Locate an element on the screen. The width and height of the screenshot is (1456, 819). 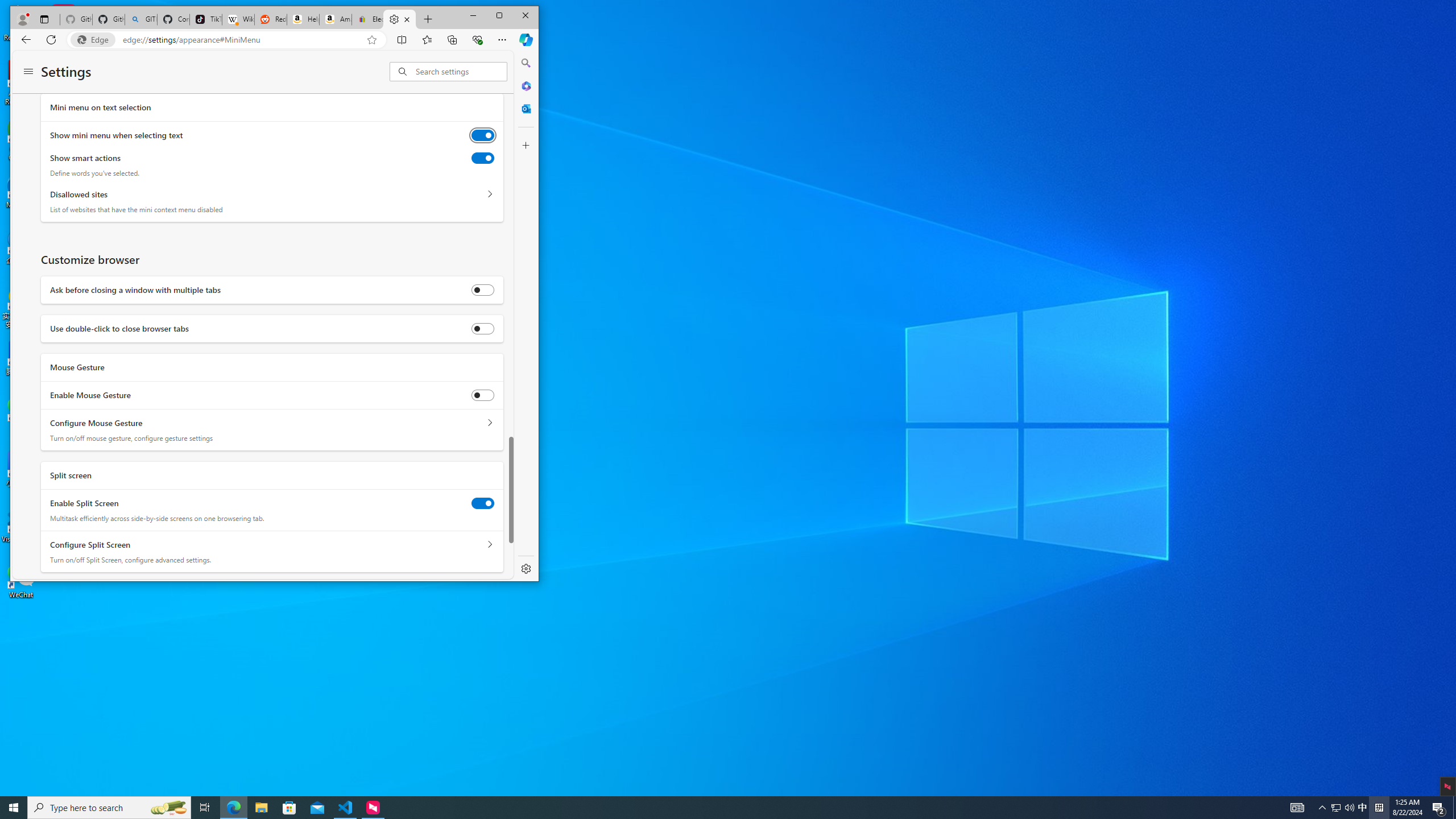
'Tray Input Indicator - Chinese (Simplified, China)' is located at coordinates (1379, 806).